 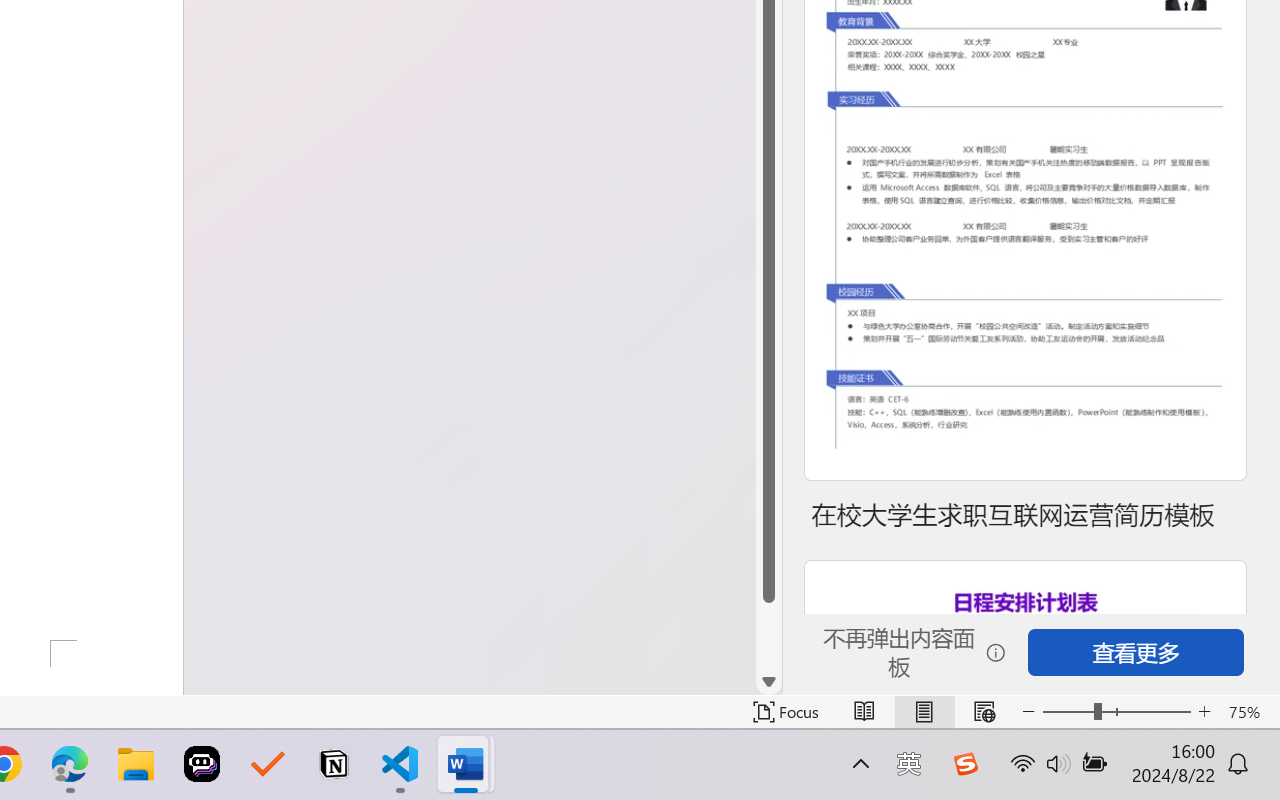 What do you see at coordinates (1115, 711) in the screenshot?
I see `'Zoom'` at bounding box center [1115, 711].